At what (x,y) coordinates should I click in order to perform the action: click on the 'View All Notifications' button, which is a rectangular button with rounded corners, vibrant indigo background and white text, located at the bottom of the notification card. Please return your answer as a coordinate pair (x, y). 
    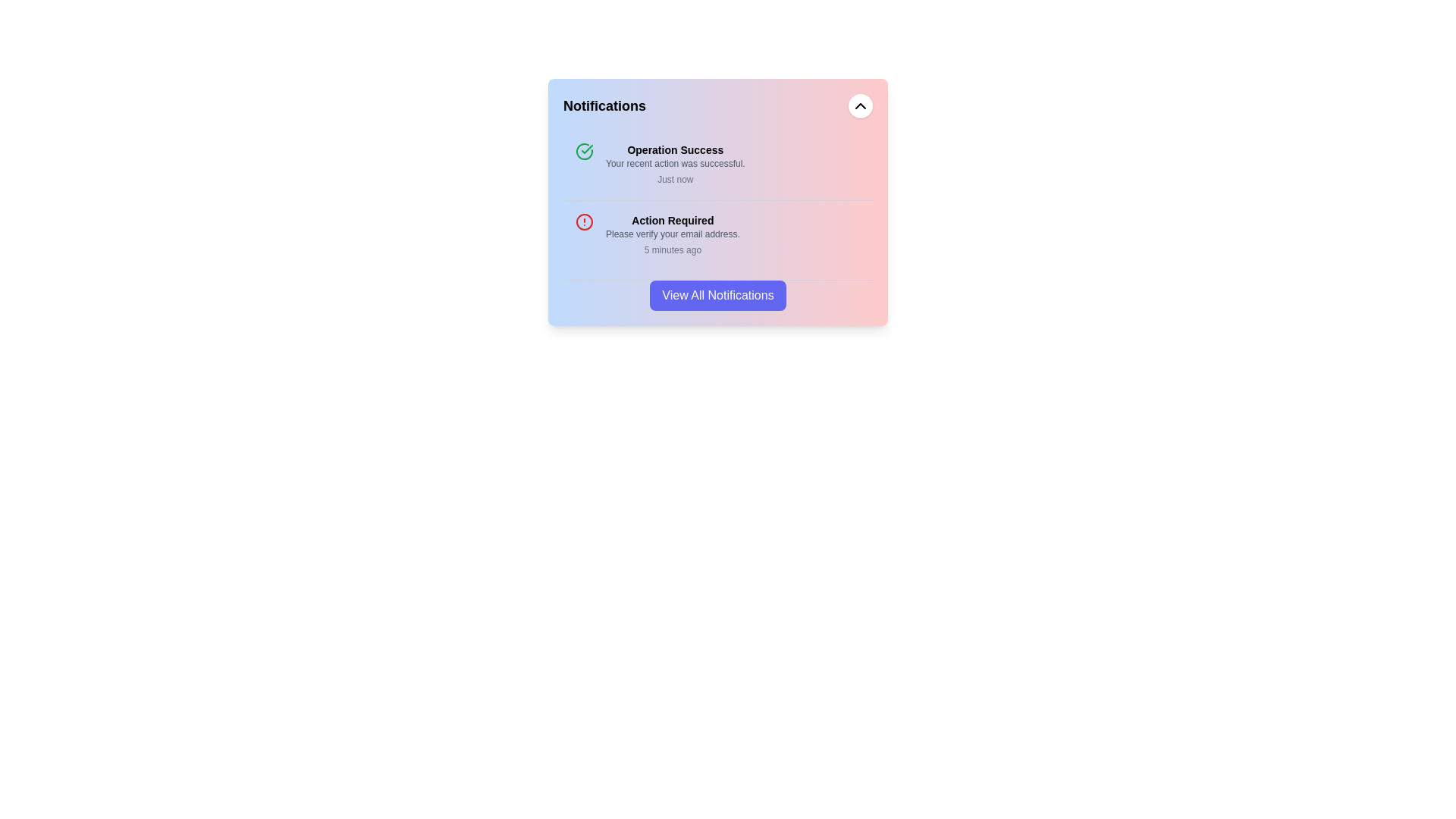
    Looking at the image, I should click on (717, 295).